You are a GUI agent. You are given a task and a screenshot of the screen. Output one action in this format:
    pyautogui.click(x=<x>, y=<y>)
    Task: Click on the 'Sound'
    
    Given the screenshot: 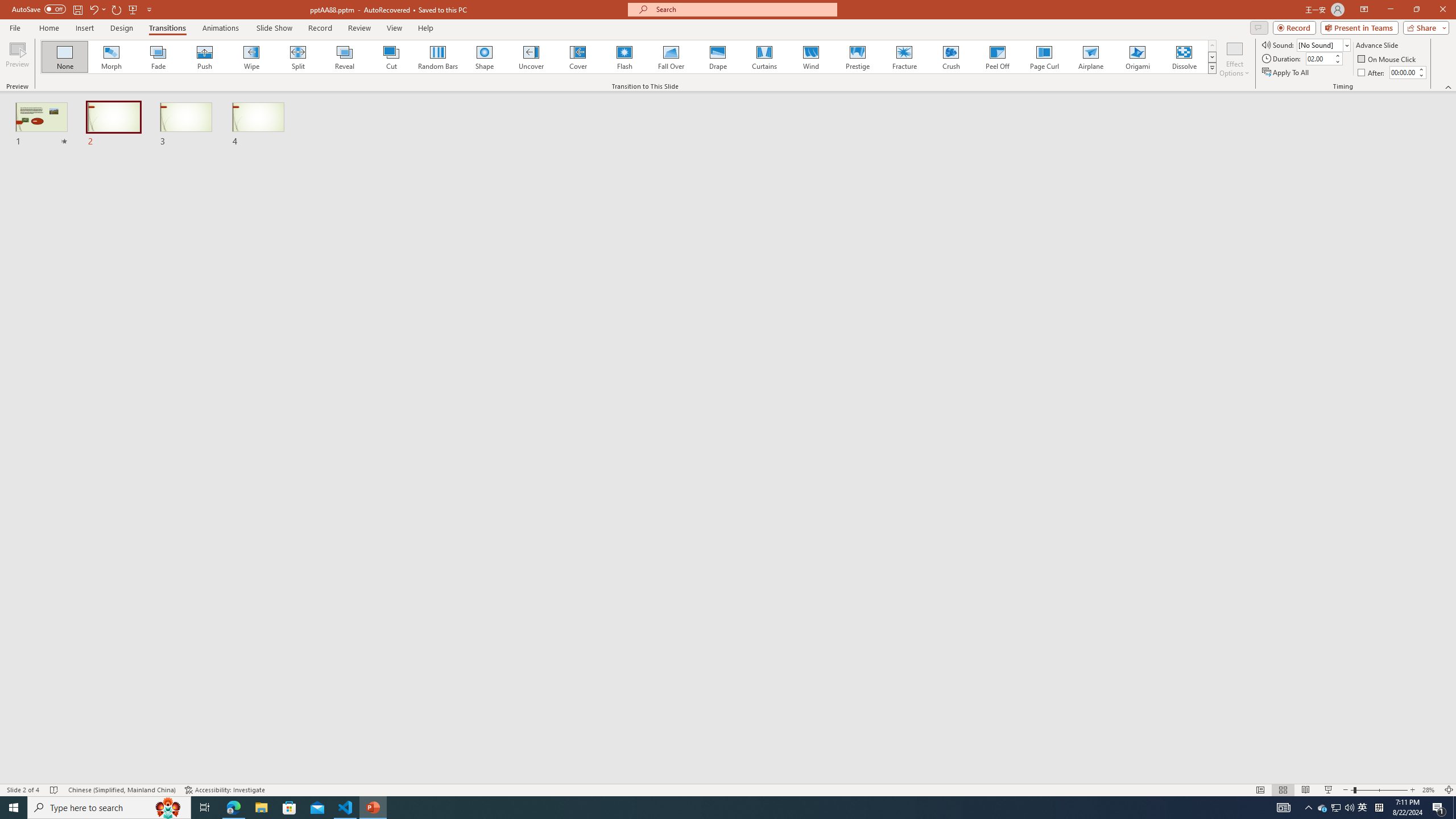 What is the action you would take?
    pyautogui.click(x=1323, y=44)
    